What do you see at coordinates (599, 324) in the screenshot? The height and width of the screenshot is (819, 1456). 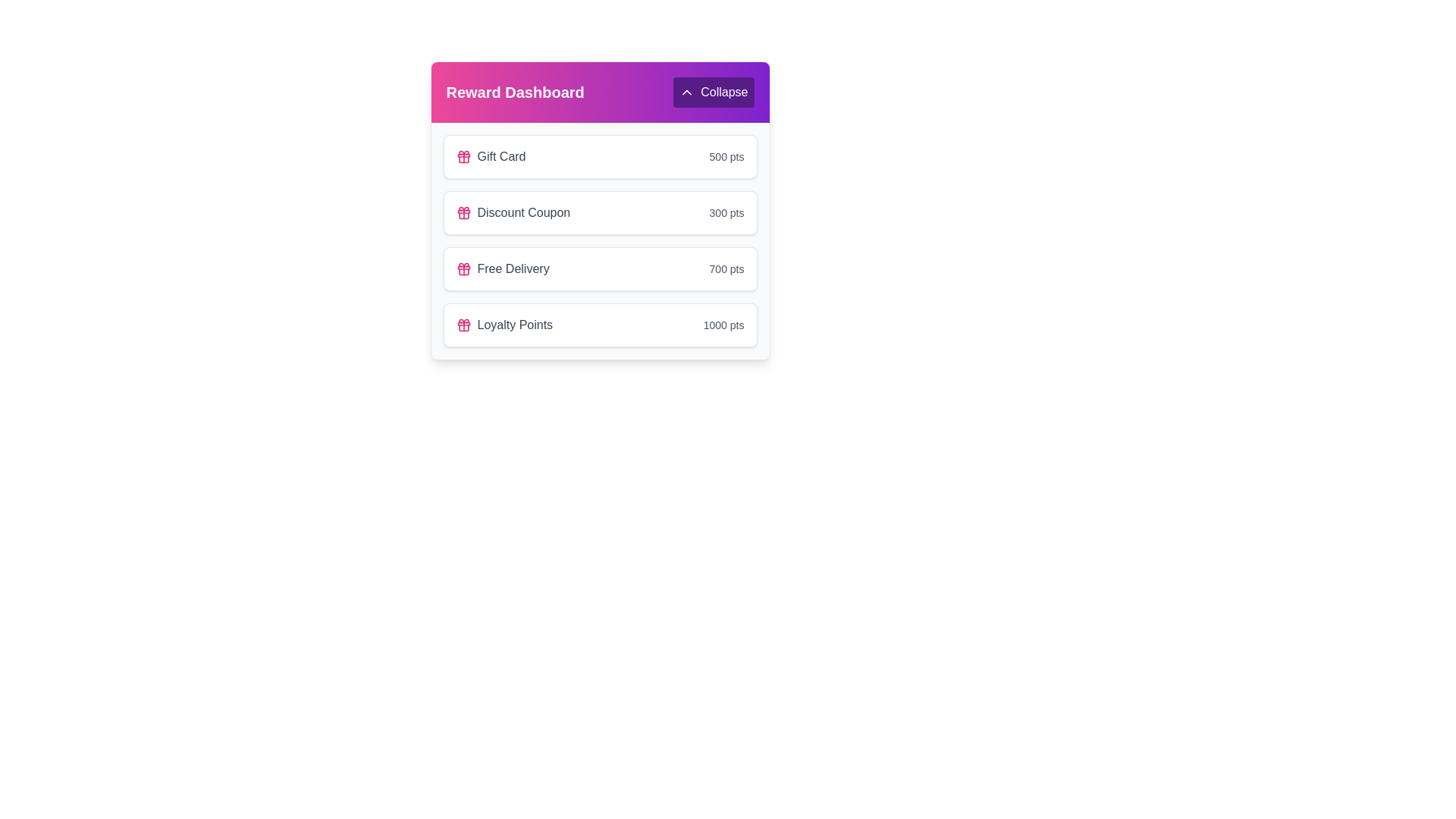 I see `information displayed on the loyalty points balance card, which is the fourth item in the Reward Dashboard section` at bounding box center [599, 324].